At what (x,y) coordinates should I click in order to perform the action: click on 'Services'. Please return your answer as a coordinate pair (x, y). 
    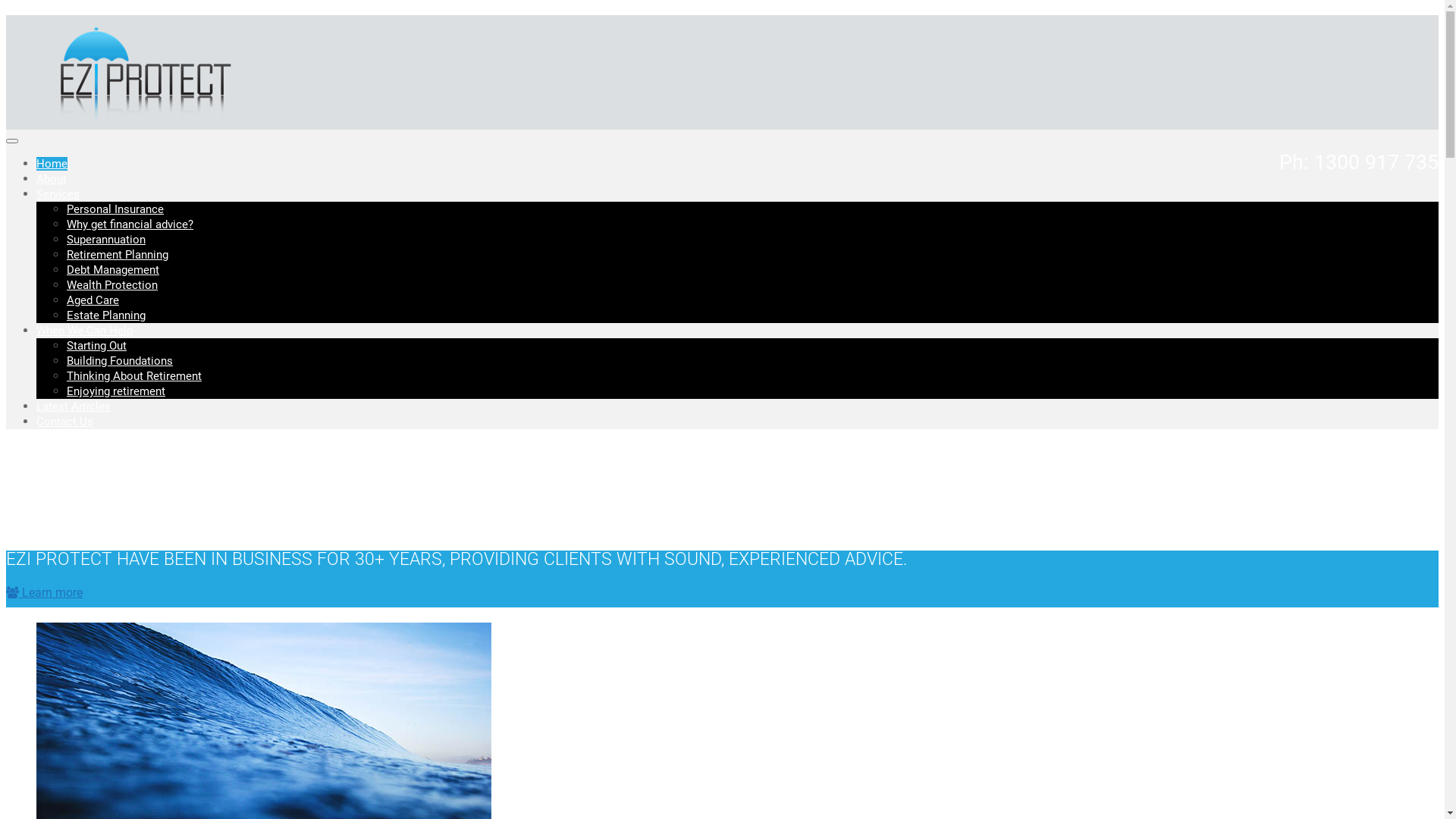
    Looking at the image, I should click on (36, 193).